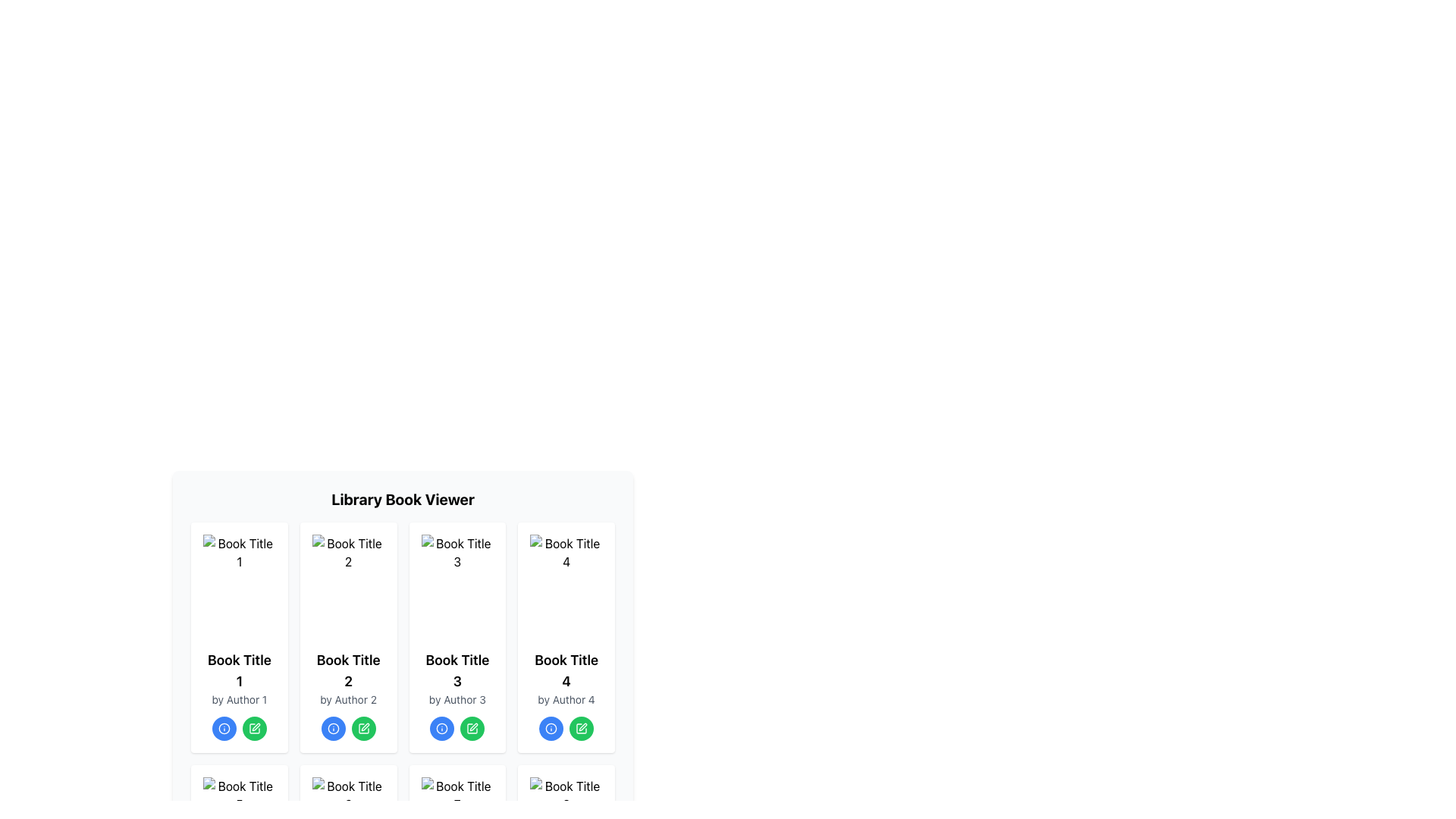  I want to click on the circular blue button with a white border and information icon, so click(332, 727).